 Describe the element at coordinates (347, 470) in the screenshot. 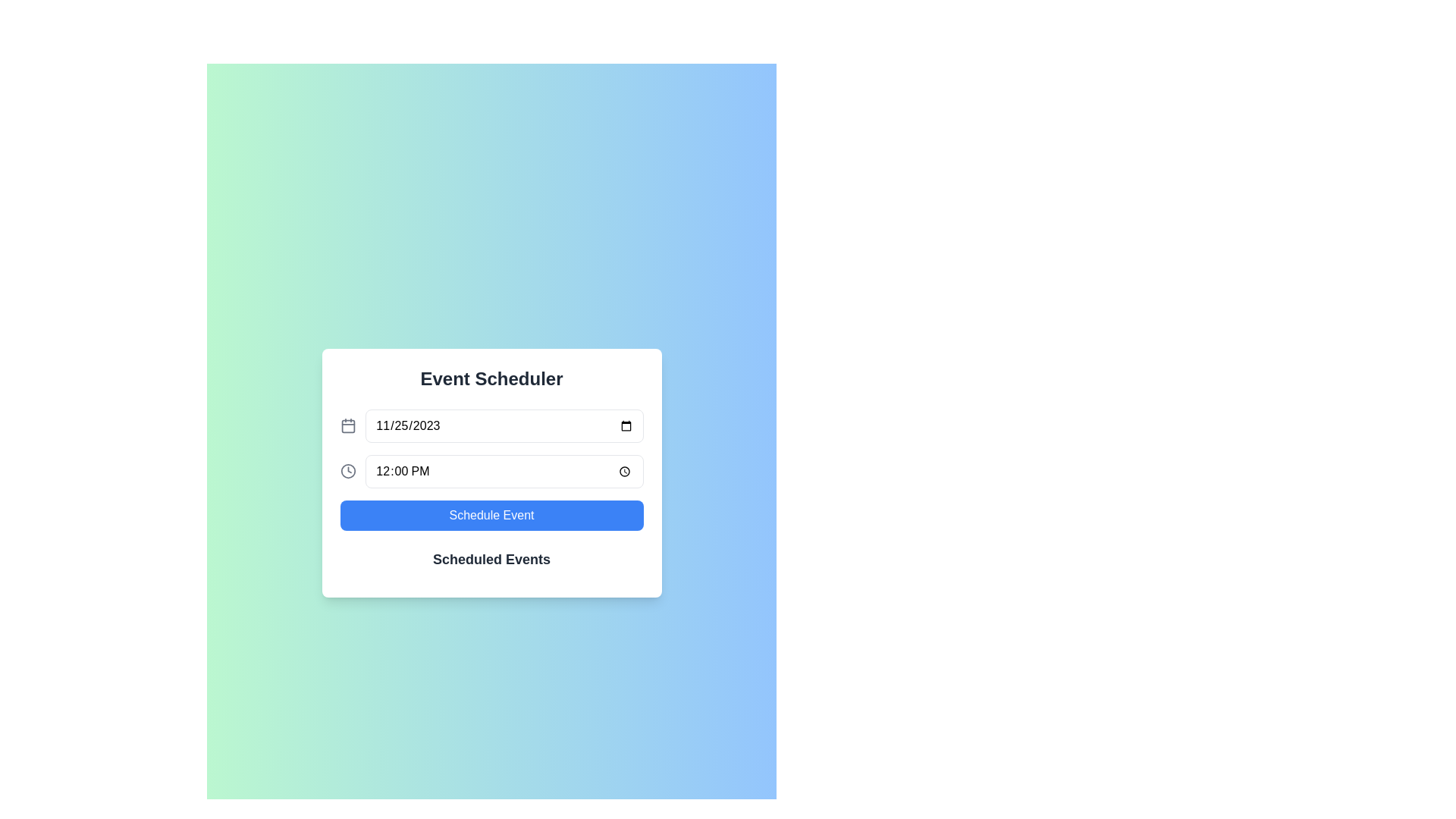

I see `the SVG circle element that represents the analog clock face in the event scheduler interface, which is part of the clock icon next to the time input field` at that location.